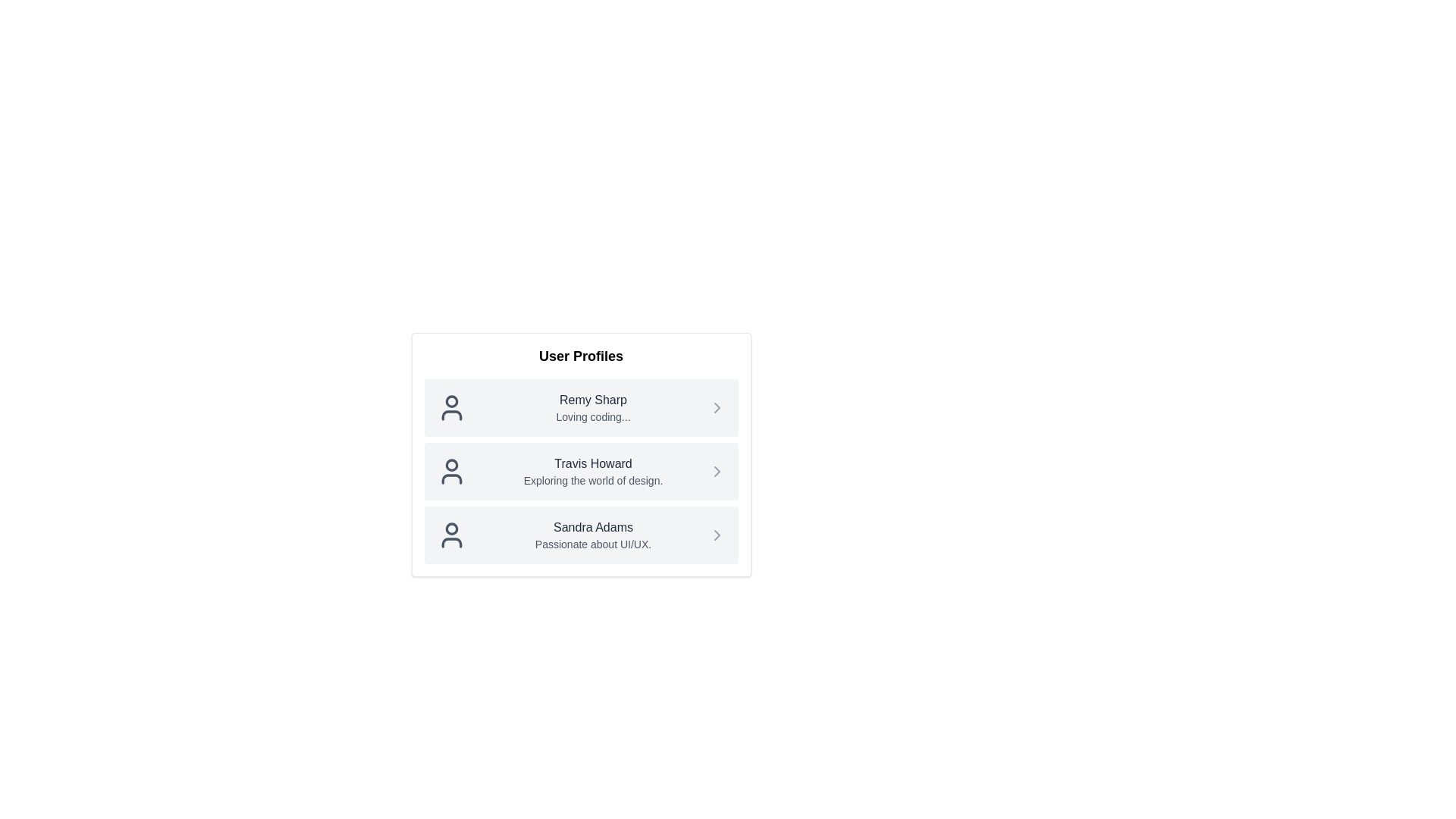 The width and height of the screenshot is (1456, 819). Describe the element at coordinates (592, 463) in the screenshot. I see `the text label displaying 'Travis Howard', which is the primary heading of the second user profile in a vertical list of three profiles` at that location.